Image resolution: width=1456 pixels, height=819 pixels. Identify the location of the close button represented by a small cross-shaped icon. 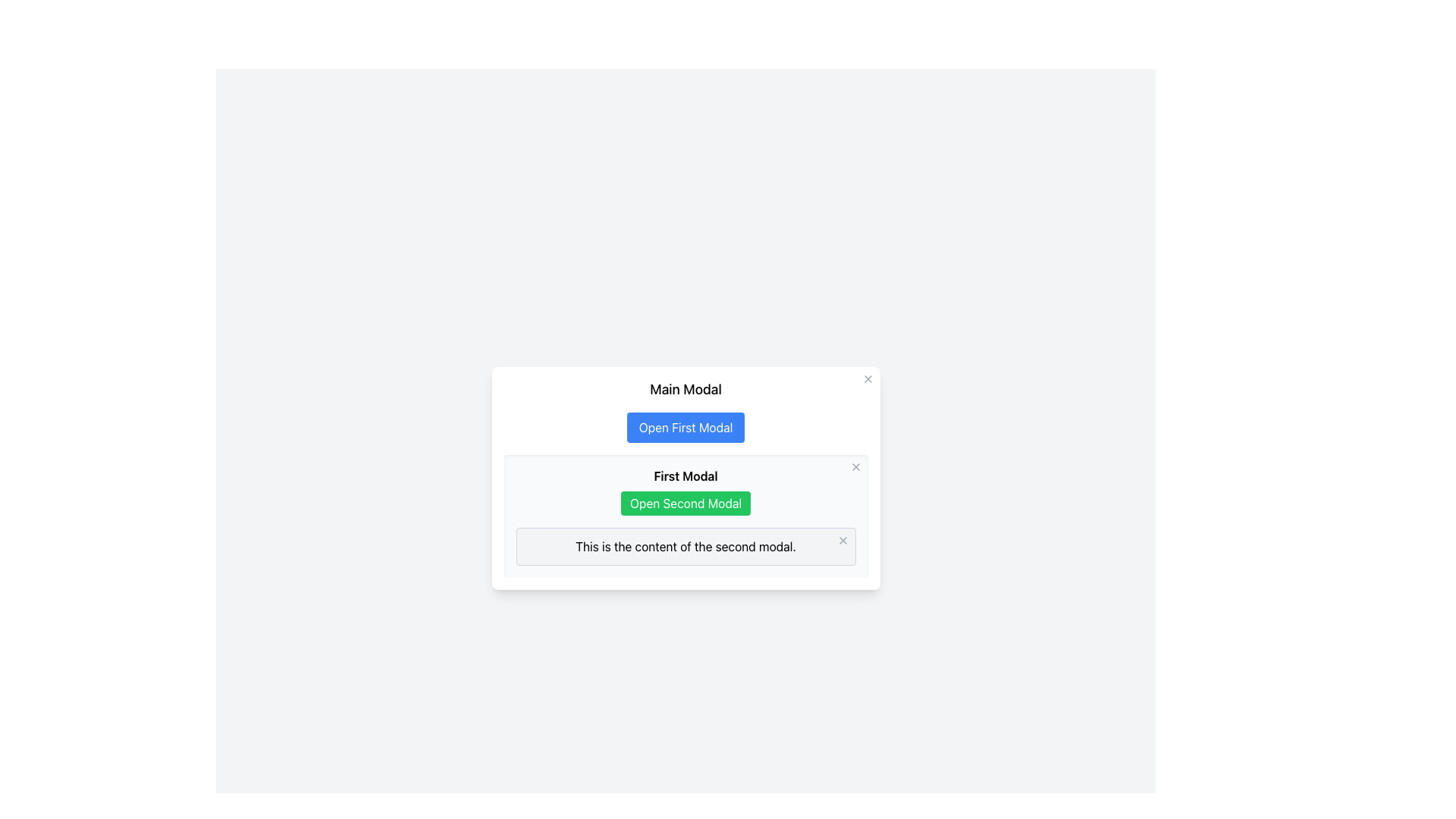
(855, 466).